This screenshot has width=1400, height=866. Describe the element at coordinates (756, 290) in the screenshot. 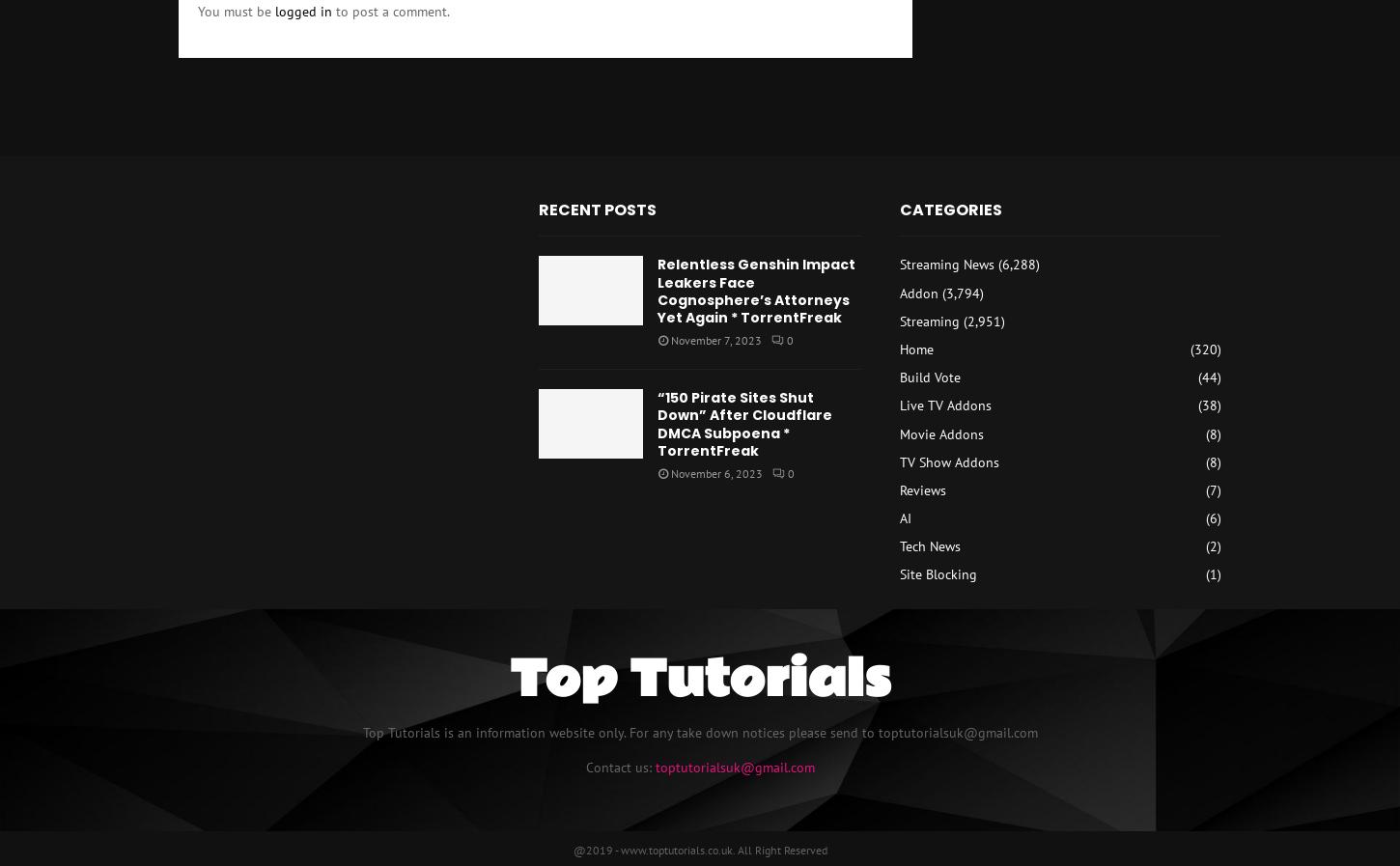

I see `'Relentless Genshin Impact Leakers Face Cognosphere’s Attorneys Yet Again * TorrentFreak'` at that location.